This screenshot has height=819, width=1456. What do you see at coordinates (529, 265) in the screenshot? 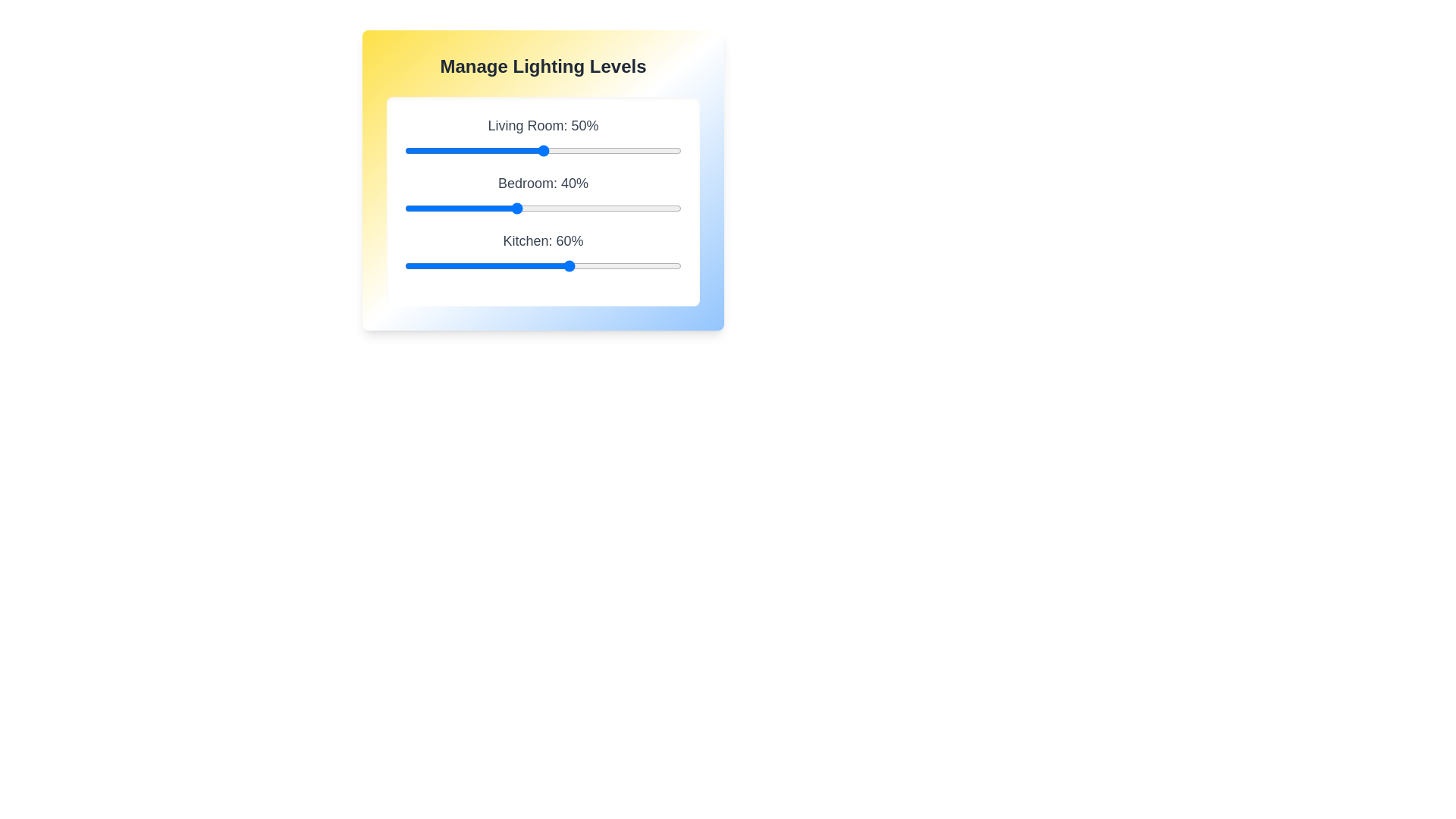
I see `the Kitchen lighting level to 45% using the slider` at bounding box center [529, 265].